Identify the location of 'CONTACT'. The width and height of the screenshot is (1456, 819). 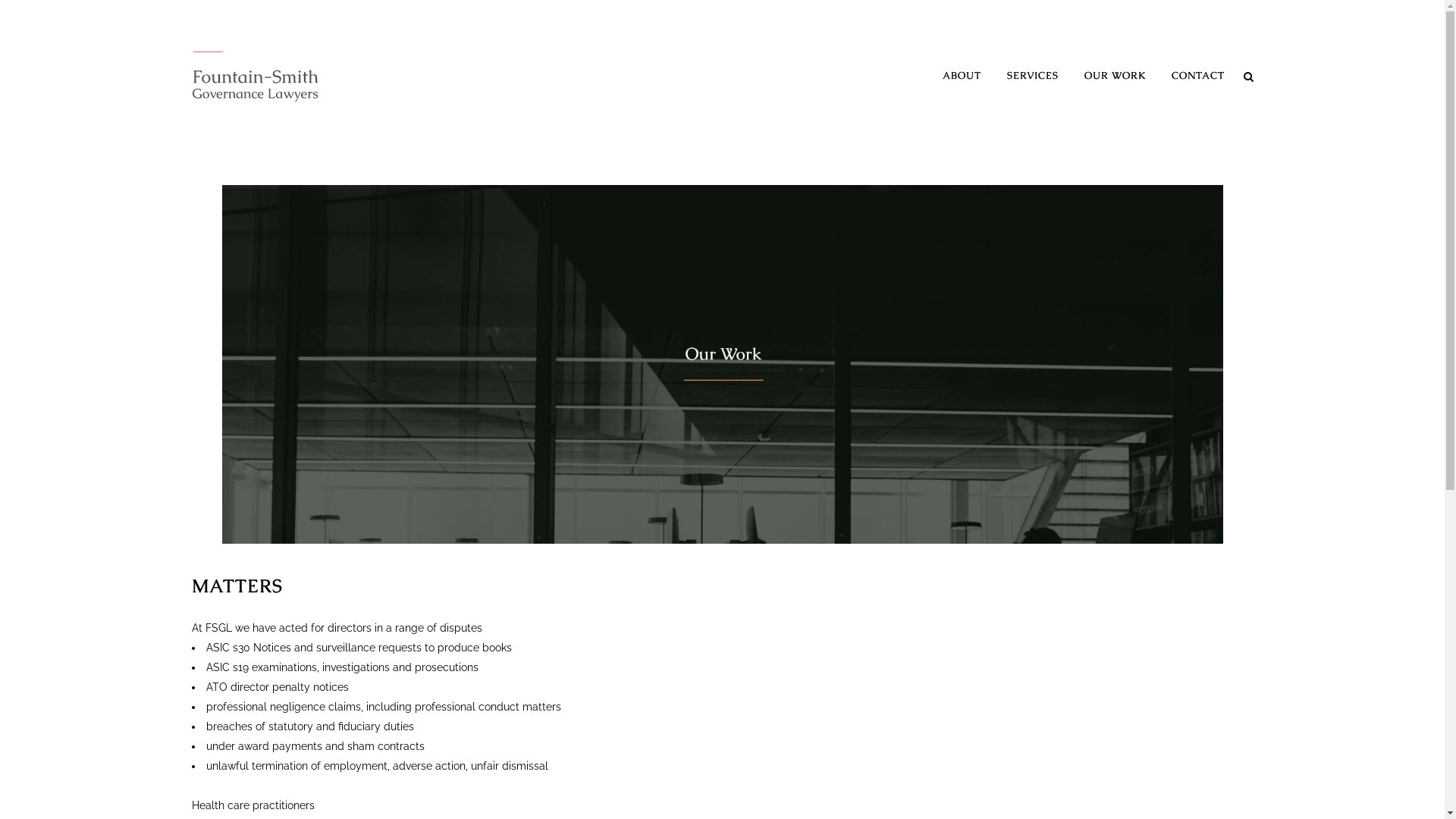
(1197, 76).